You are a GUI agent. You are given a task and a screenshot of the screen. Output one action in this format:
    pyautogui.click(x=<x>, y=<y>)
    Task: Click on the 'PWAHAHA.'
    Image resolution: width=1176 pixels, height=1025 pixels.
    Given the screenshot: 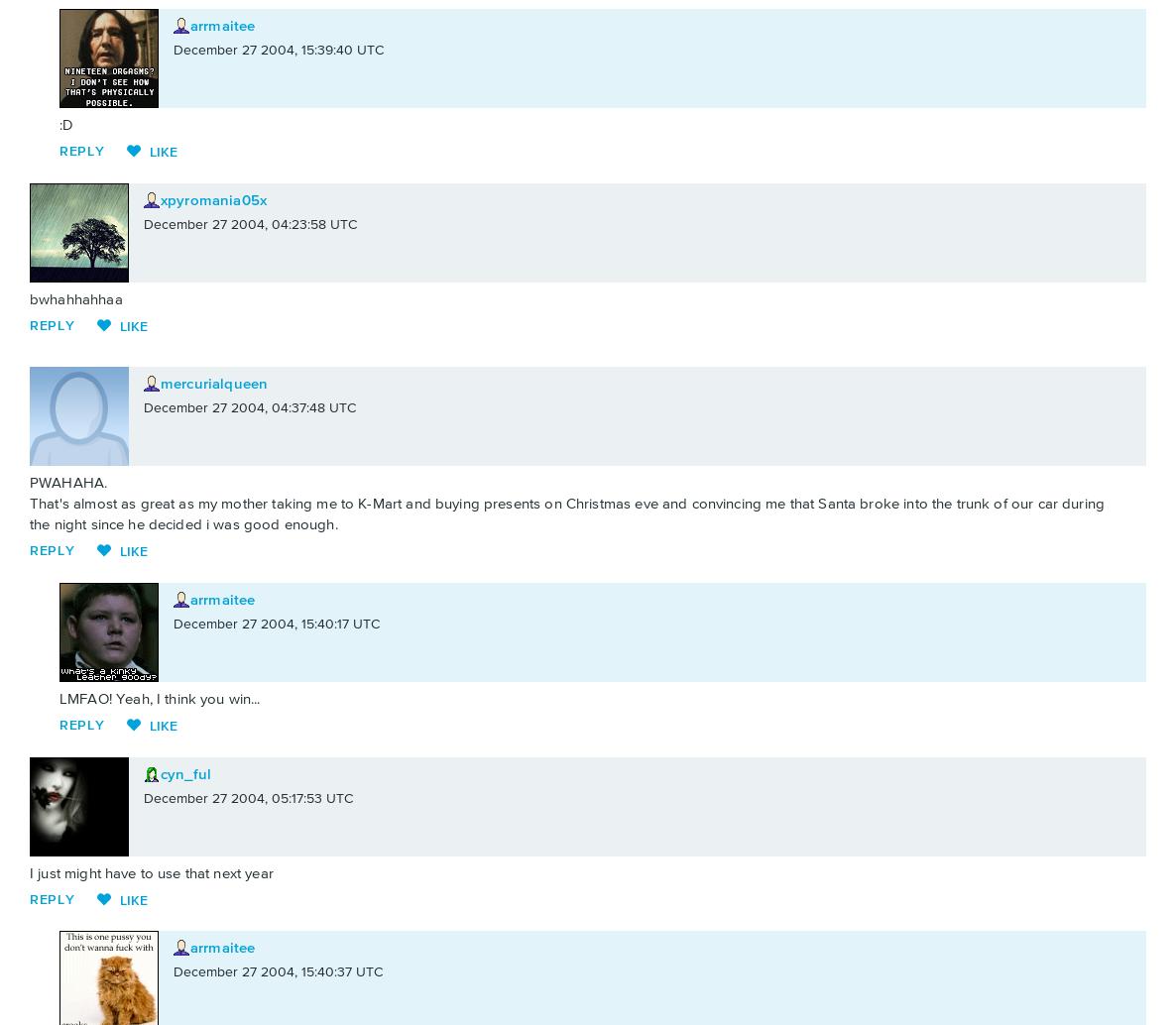 What is the action you would take?
    pyautogui.click(x=68, y=482)
    